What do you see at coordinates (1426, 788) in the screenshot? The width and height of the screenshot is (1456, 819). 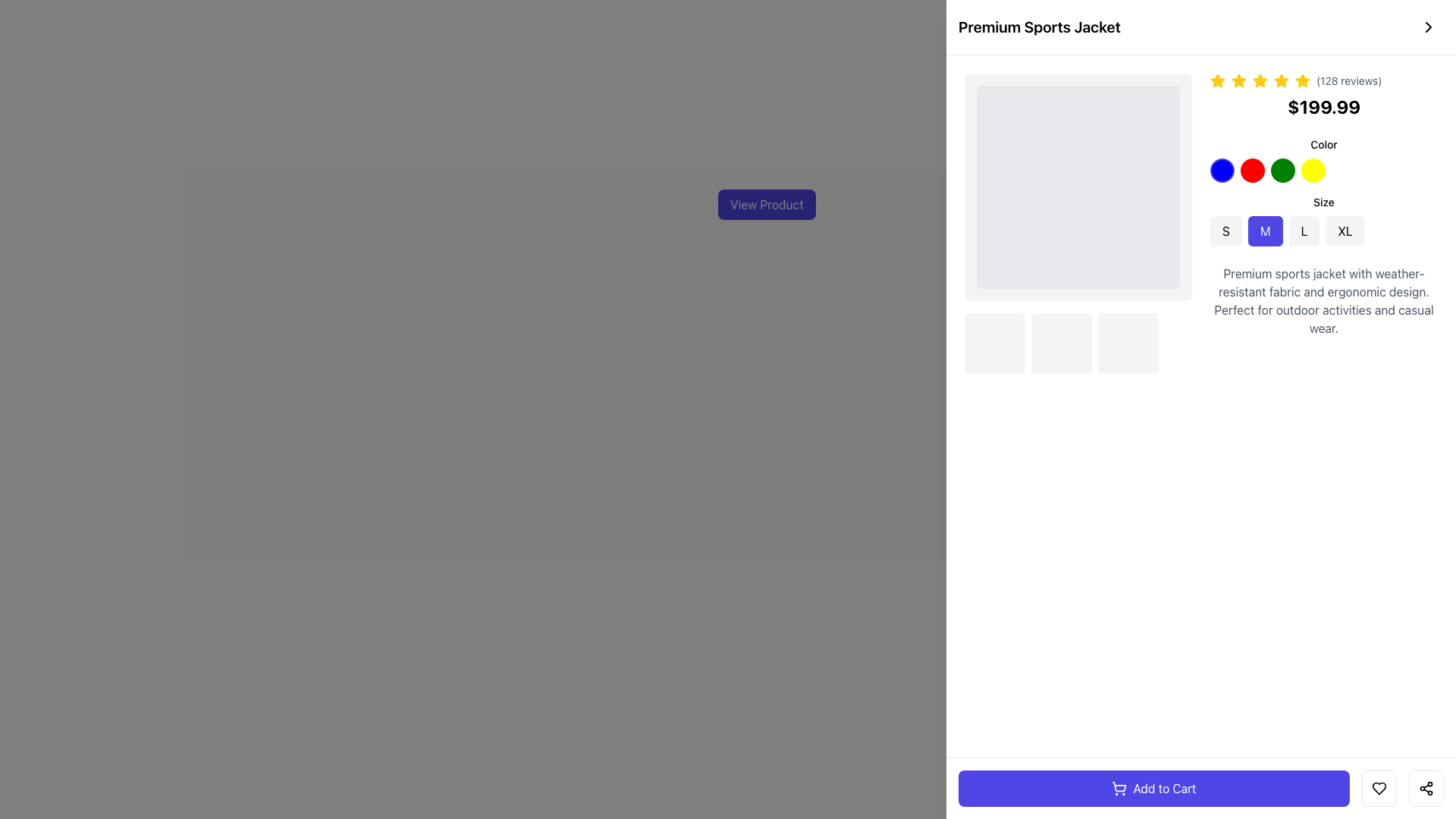 I see `the share button located to the far right of the horizontal group, adjacent to the heart-shaped icon button, to share content` at bounding box center [1426, 788].